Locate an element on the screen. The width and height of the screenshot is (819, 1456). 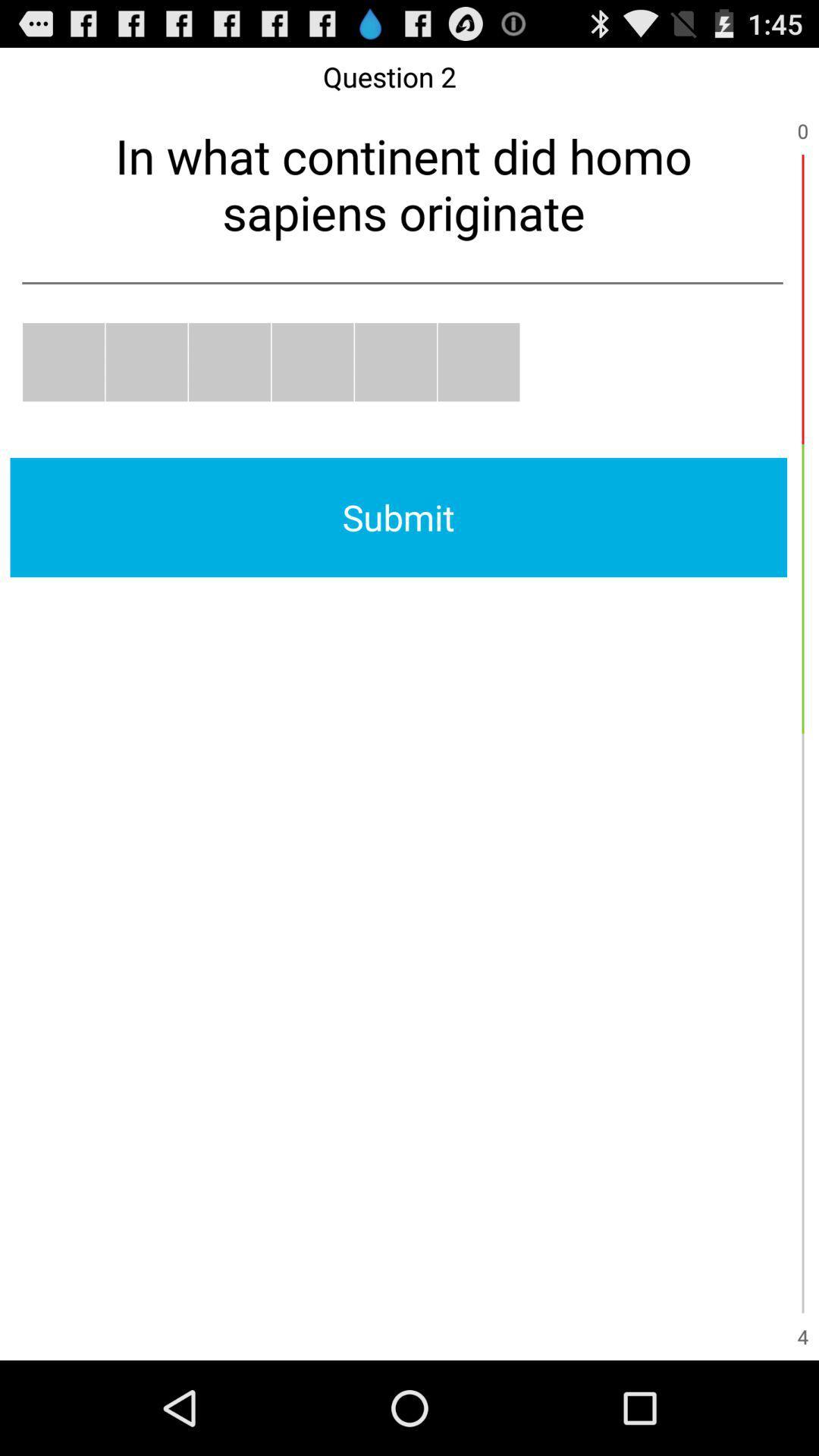
item above the submit icon is located at coordinates (63, 361).